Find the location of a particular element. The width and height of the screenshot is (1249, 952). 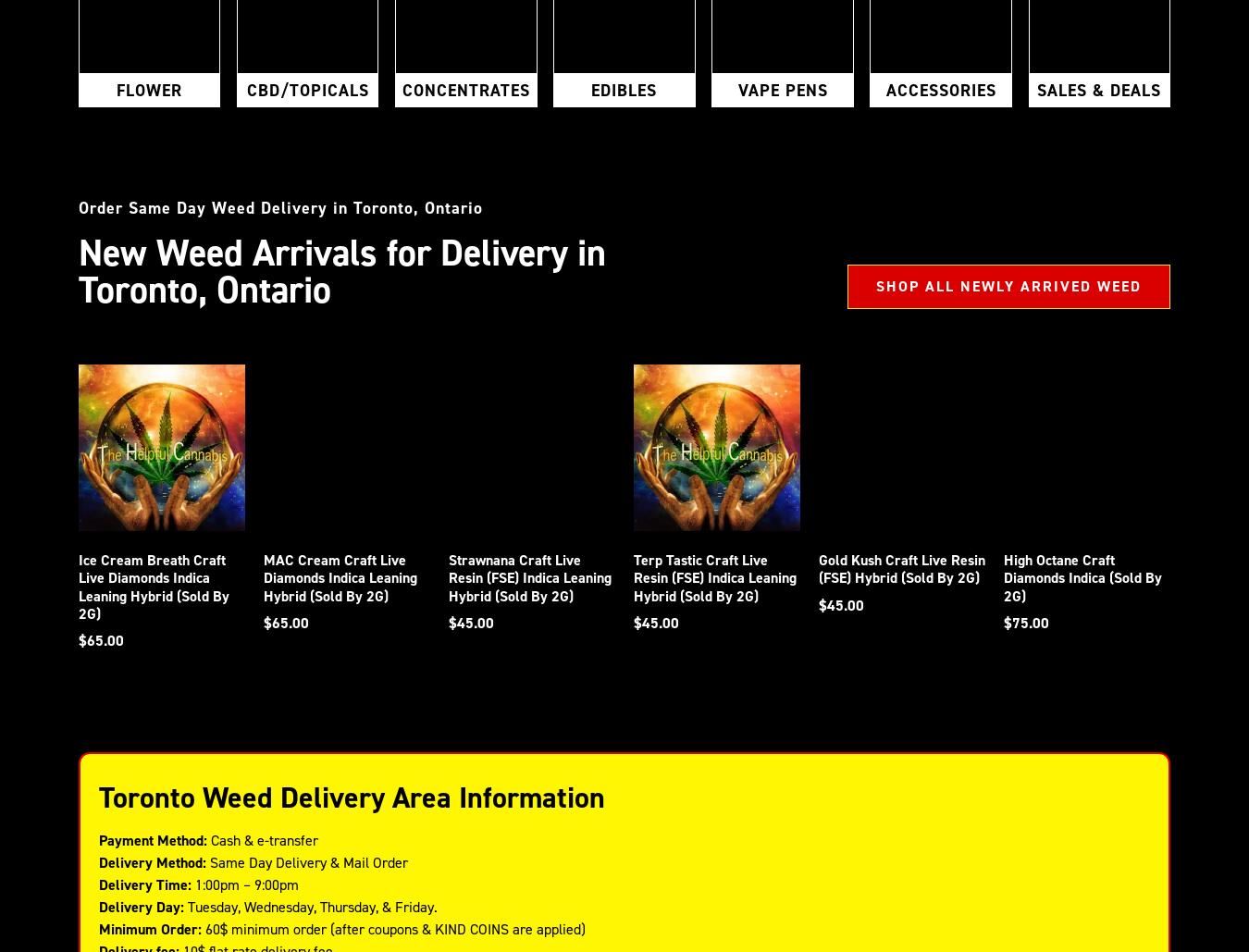

'SHOP ALL NEWLY ARRIVED WEED' is located at coordinates (1008, 286).